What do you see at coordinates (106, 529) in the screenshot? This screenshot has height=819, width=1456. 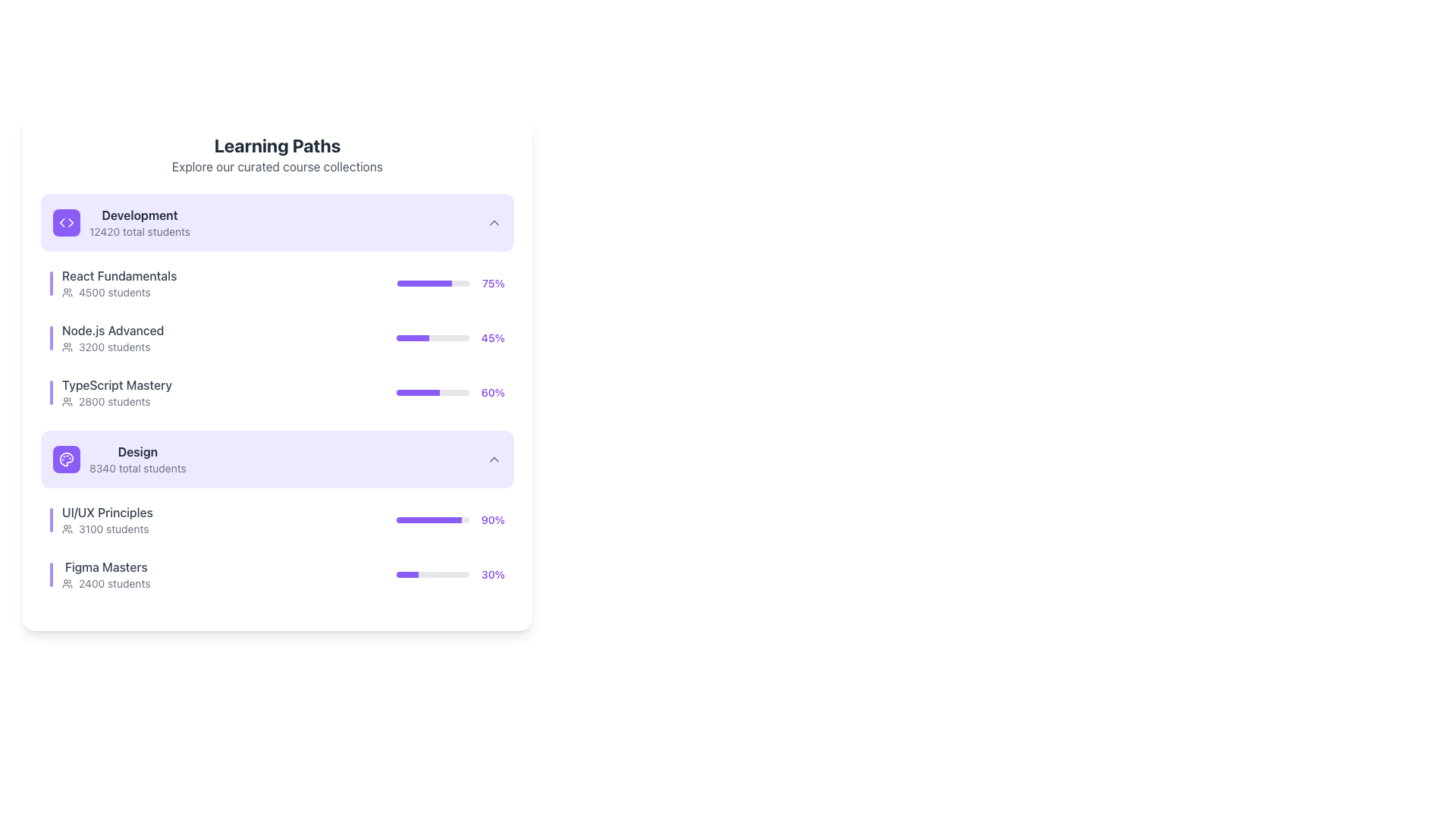 I see `text label displaying '3100 students', which is formatted in a small gray font and located in the 'UI/UX Principles' sub-section of the 'Design' section, below the section header and adjacent to a progress bar` at bounding box center [106, 529].